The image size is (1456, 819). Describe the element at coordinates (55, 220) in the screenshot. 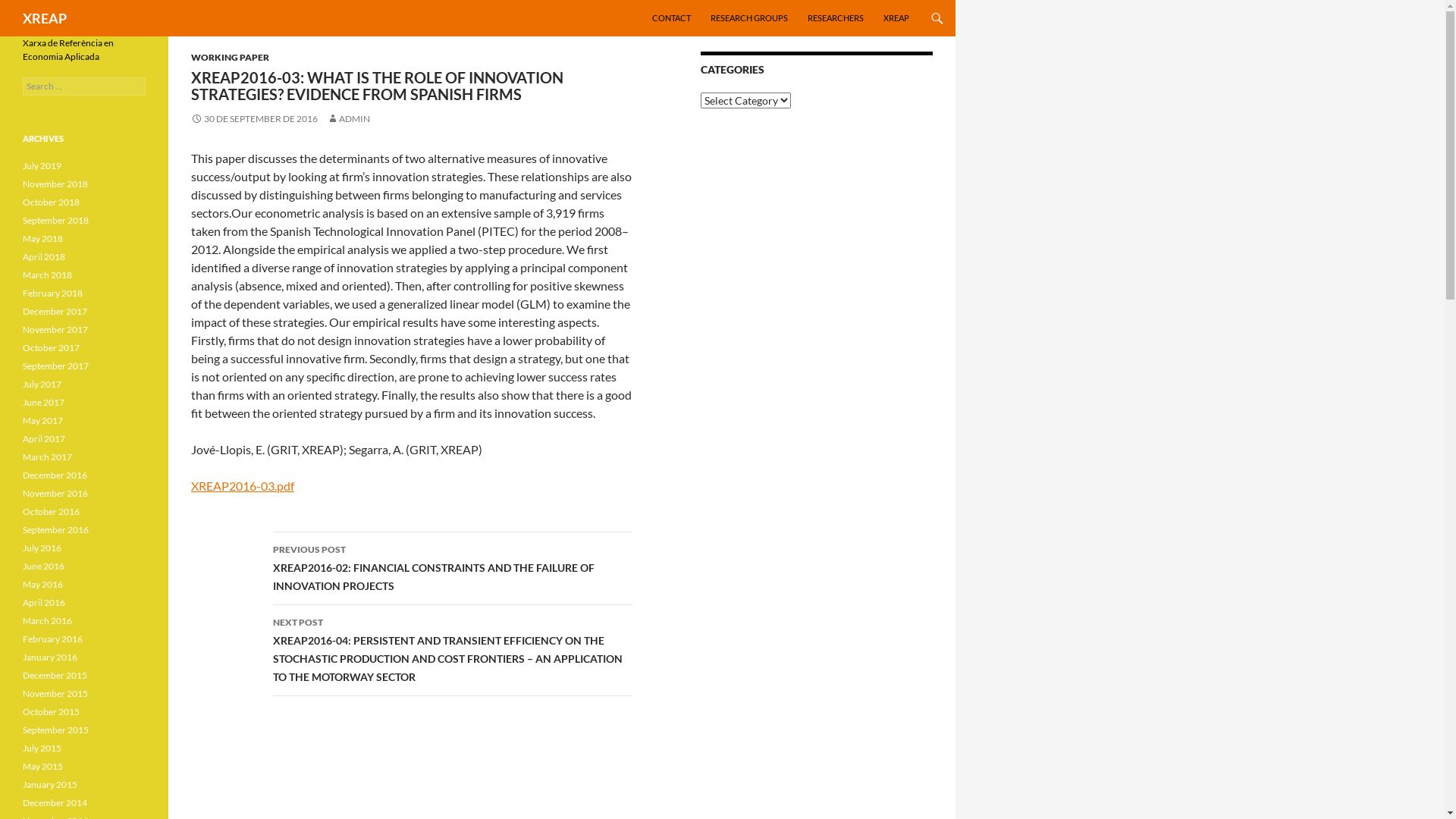

I see `'September 2018'` at that location.